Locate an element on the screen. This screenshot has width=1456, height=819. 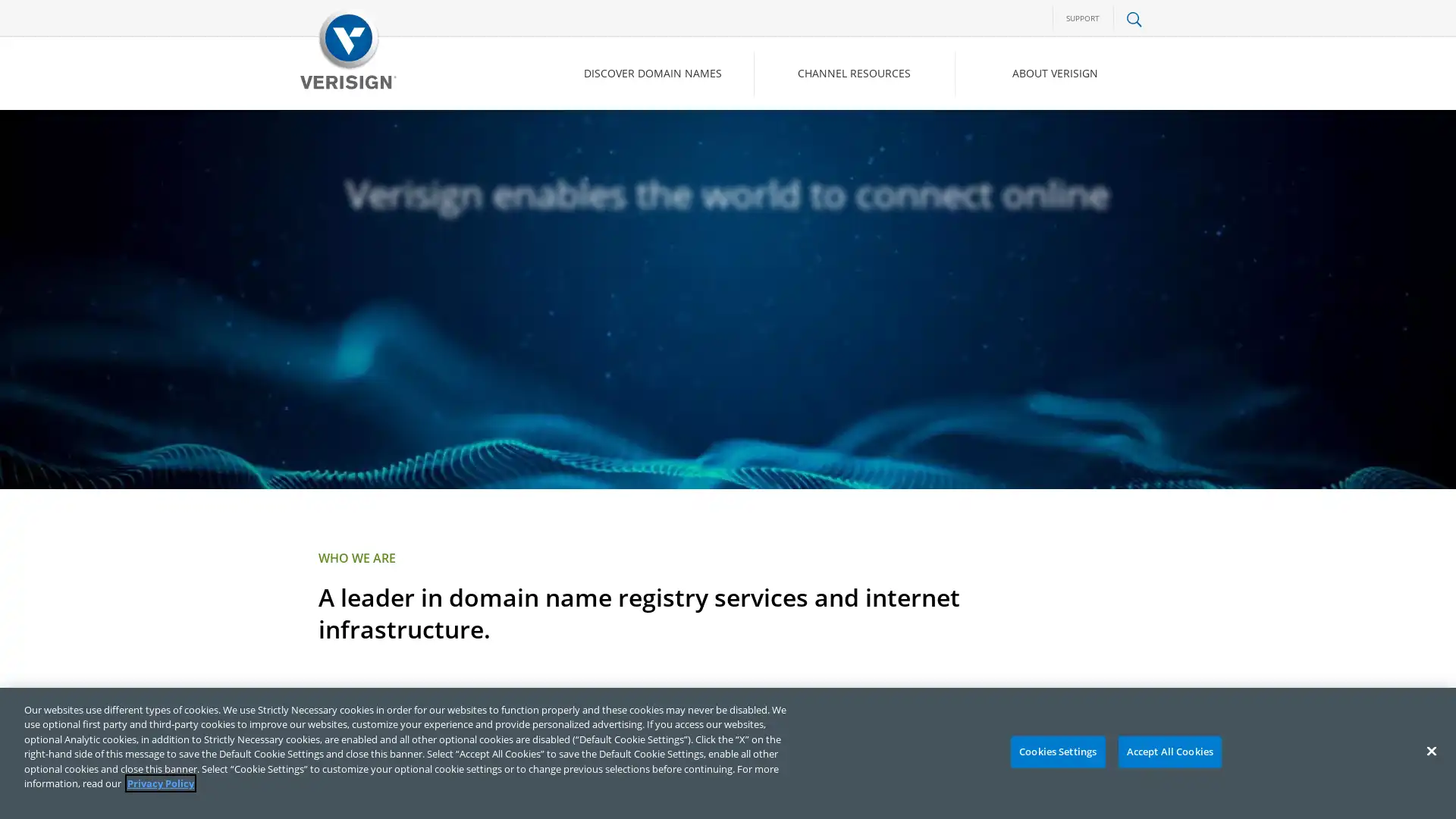
Close is located at coordinates (1430, 751).